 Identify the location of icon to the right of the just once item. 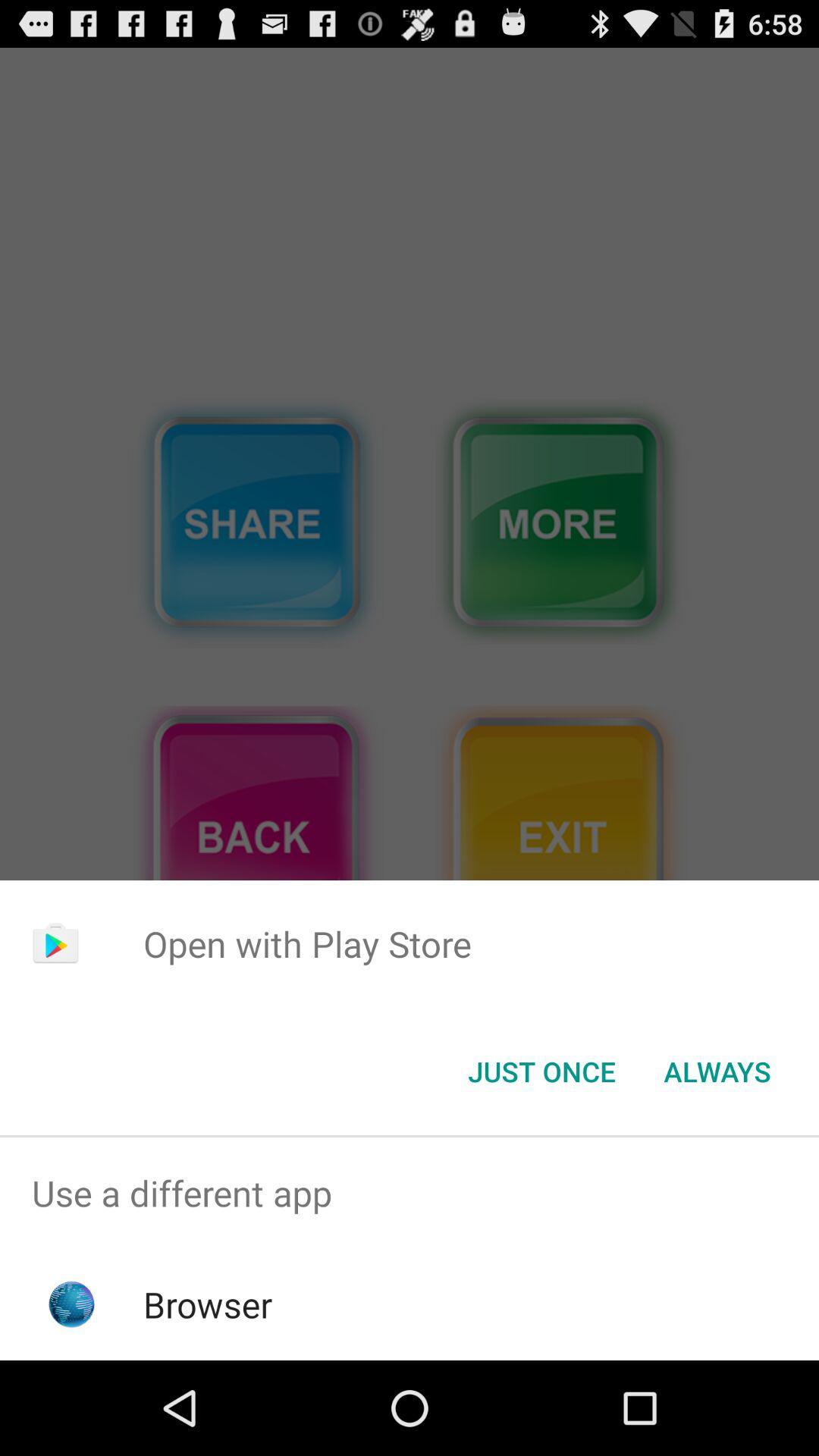
(717, 1070).